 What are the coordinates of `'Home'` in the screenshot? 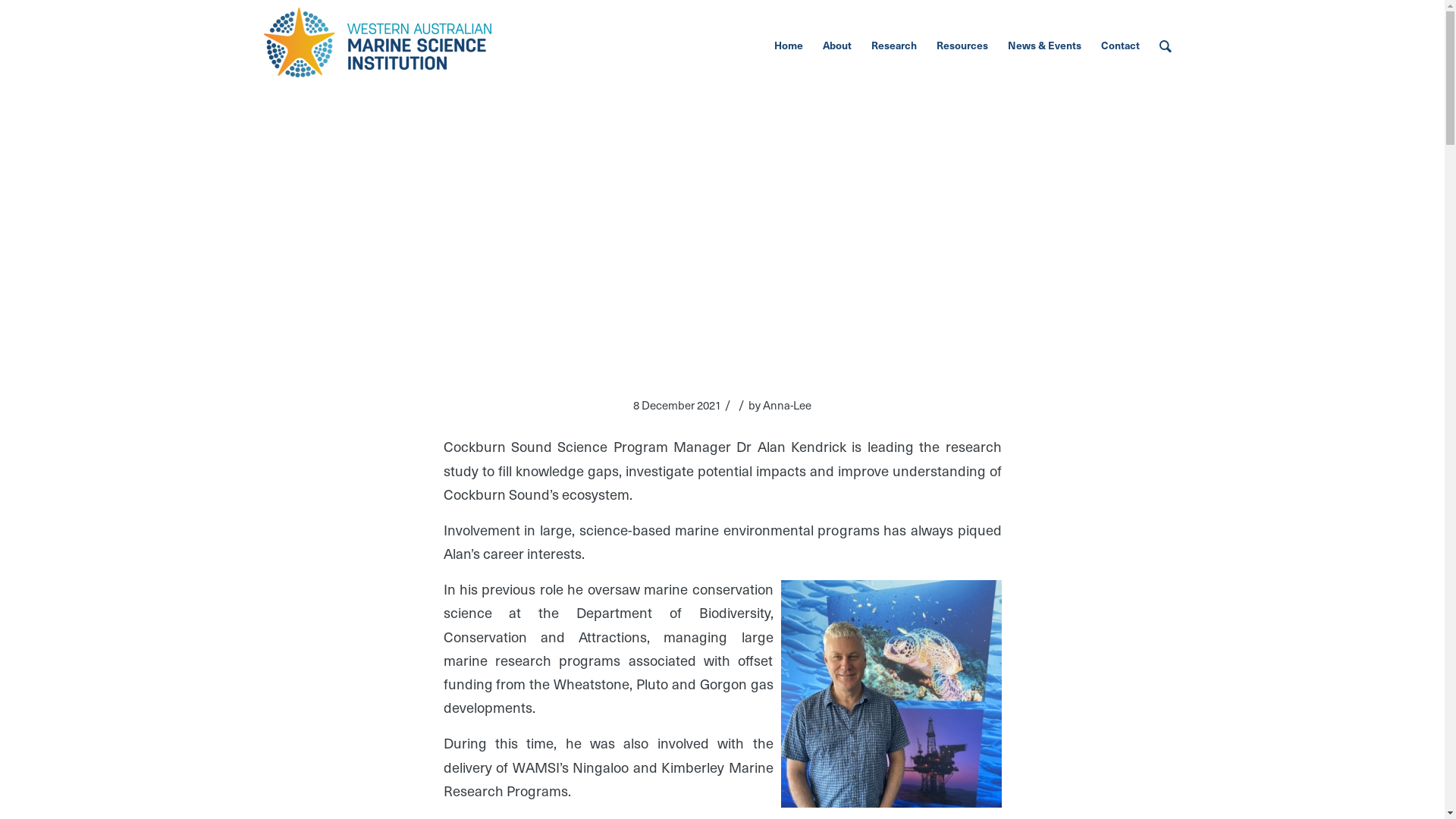 It's located at (789, 45).